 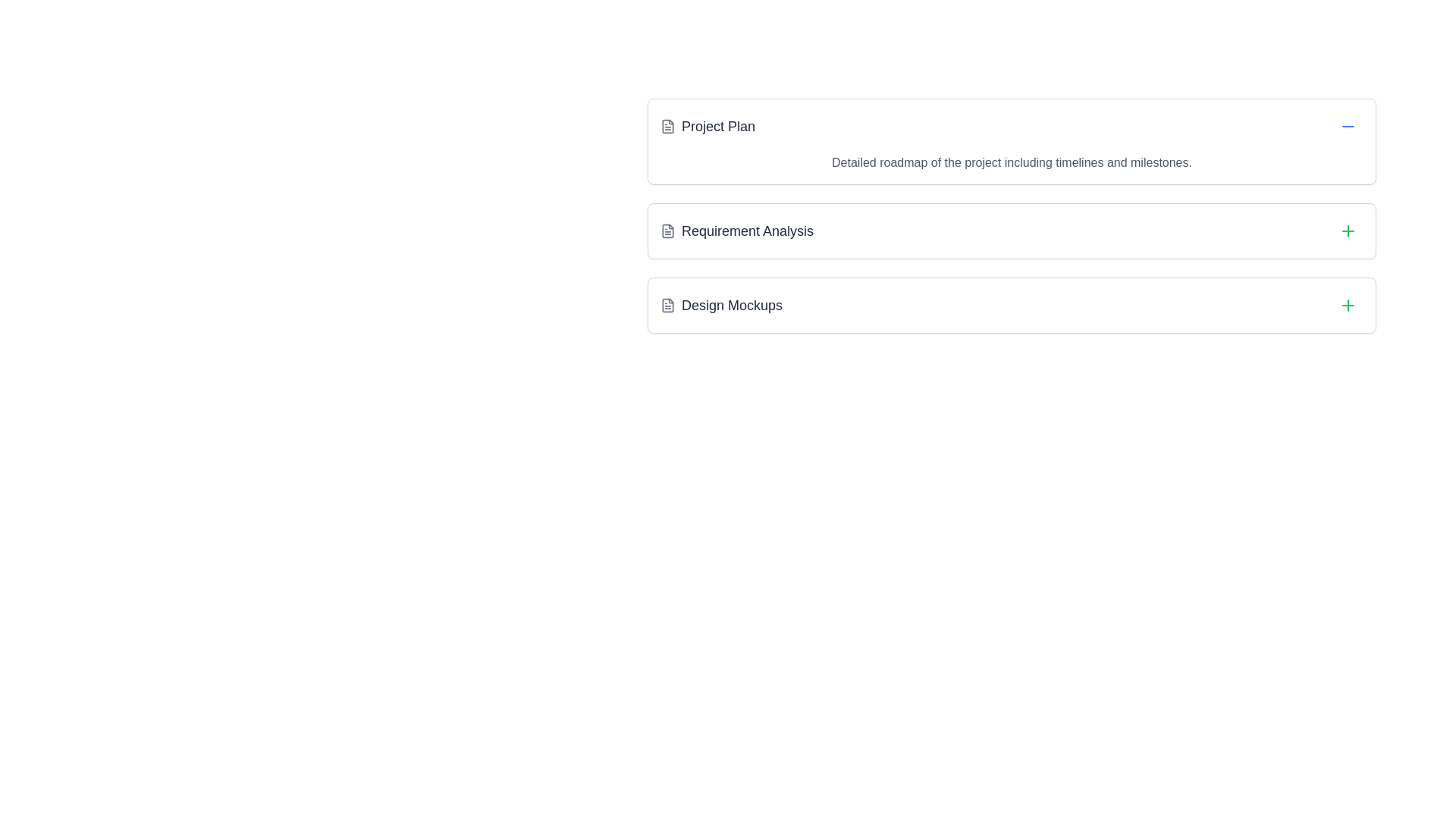 What do you see at coordinates (732, 305) in the screenshot?
I see `the 'Design Mockups' text label, which is the third entry in a vertical list, positioned below 'Project Plan' and 'Requirement Analysis', with an icon on its left and a green plus icon on its right` at bounding box center [732, 305].